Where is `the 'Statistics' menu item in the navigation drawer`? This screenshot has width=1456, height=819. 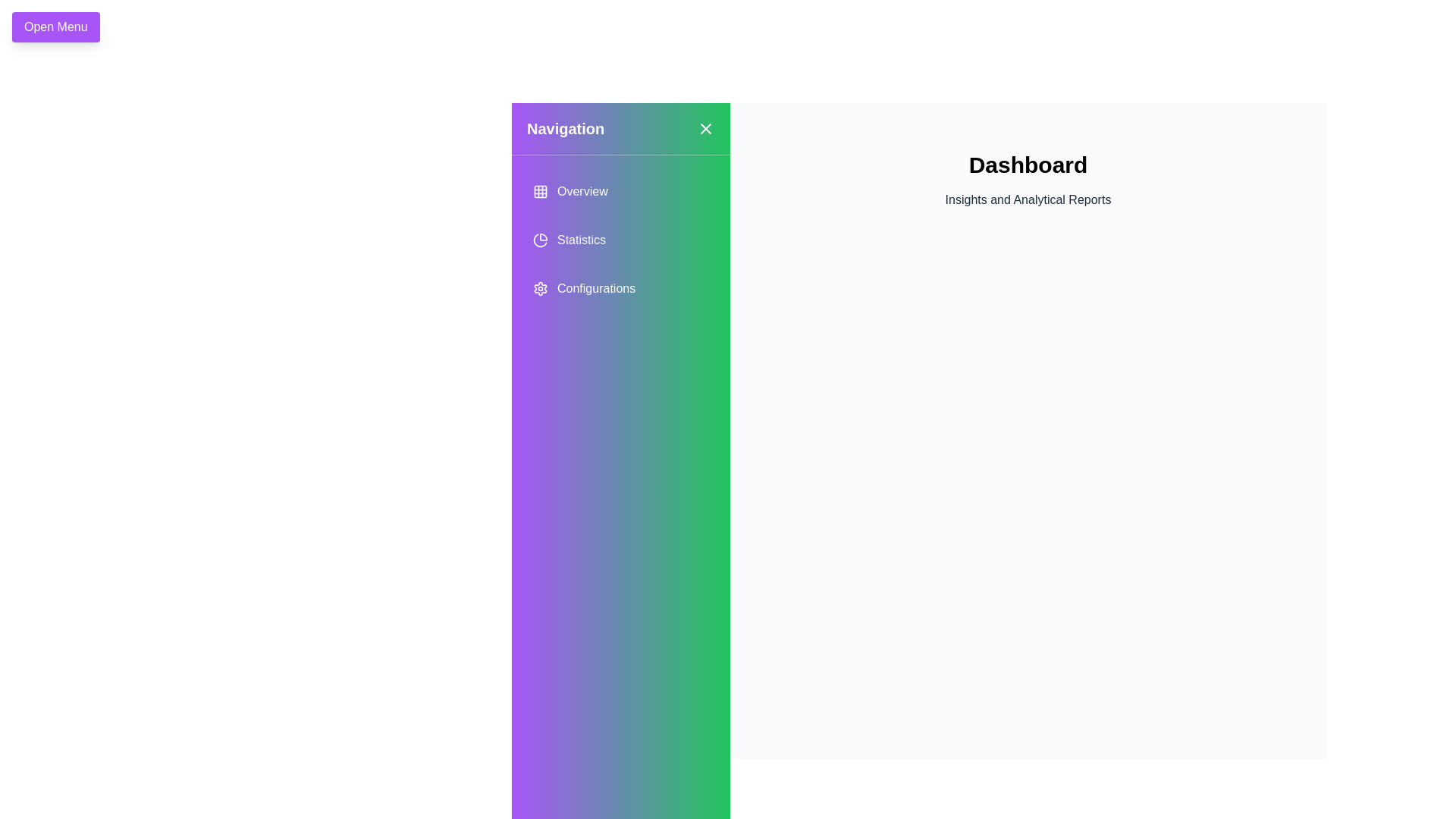
the 'Statistics' menu item in the navigation drawer is located at coordinates (621, 239).